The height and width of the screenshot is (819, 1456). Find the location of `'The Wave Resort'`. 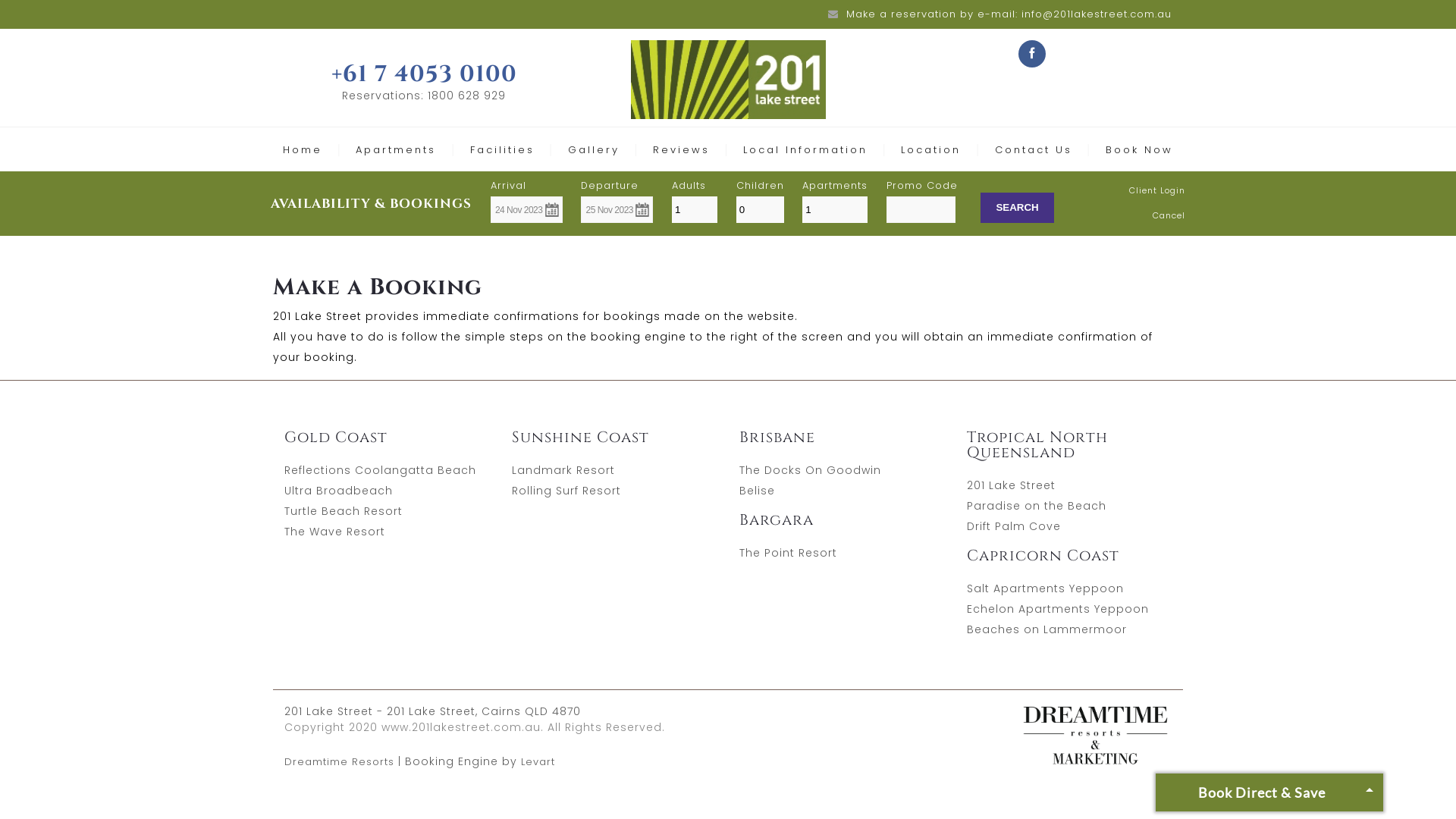

'The Wave Resort' is located at coordinates (334, 531).